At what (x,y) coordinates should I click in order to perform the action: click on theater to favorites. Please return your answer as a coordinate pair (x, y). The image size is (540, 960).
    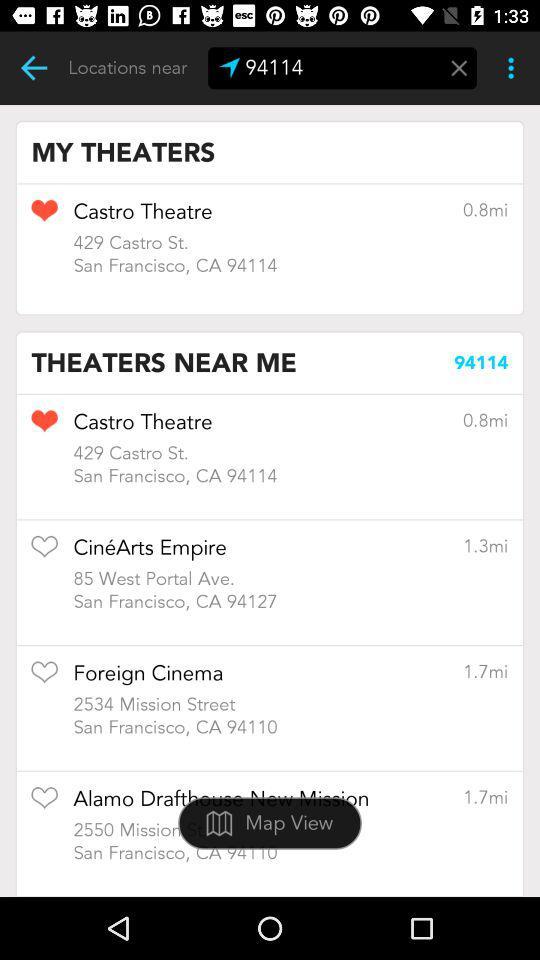
    Looking at the image, I should click on (44, 217).